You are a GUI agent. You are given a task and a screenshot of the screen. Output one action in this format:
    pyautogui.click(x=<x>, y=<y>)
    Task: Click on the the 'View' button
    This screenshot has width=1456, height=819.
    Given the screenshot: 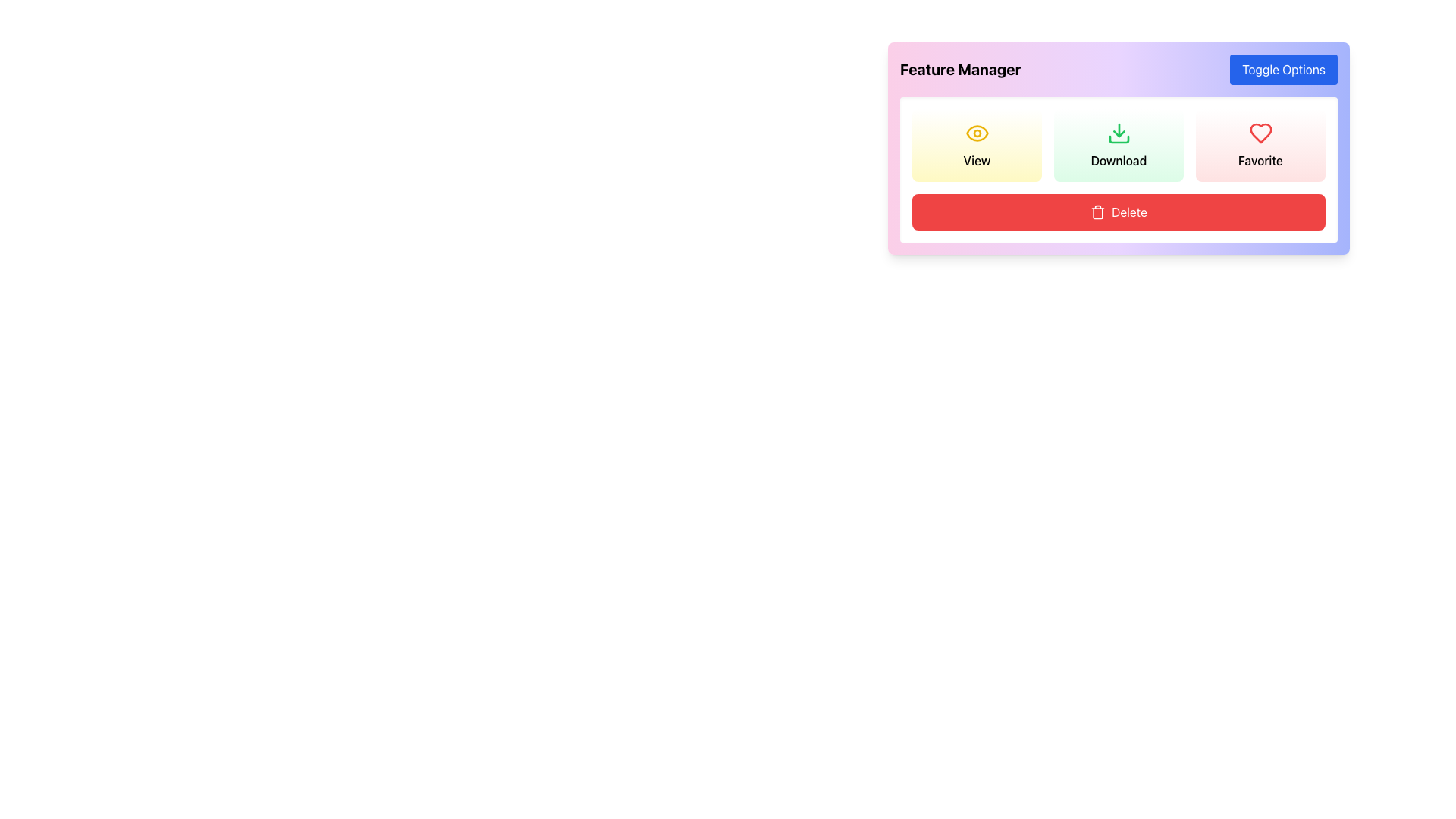 What is the action you would take?
    pyautogui.click(x=977, y=146)
    